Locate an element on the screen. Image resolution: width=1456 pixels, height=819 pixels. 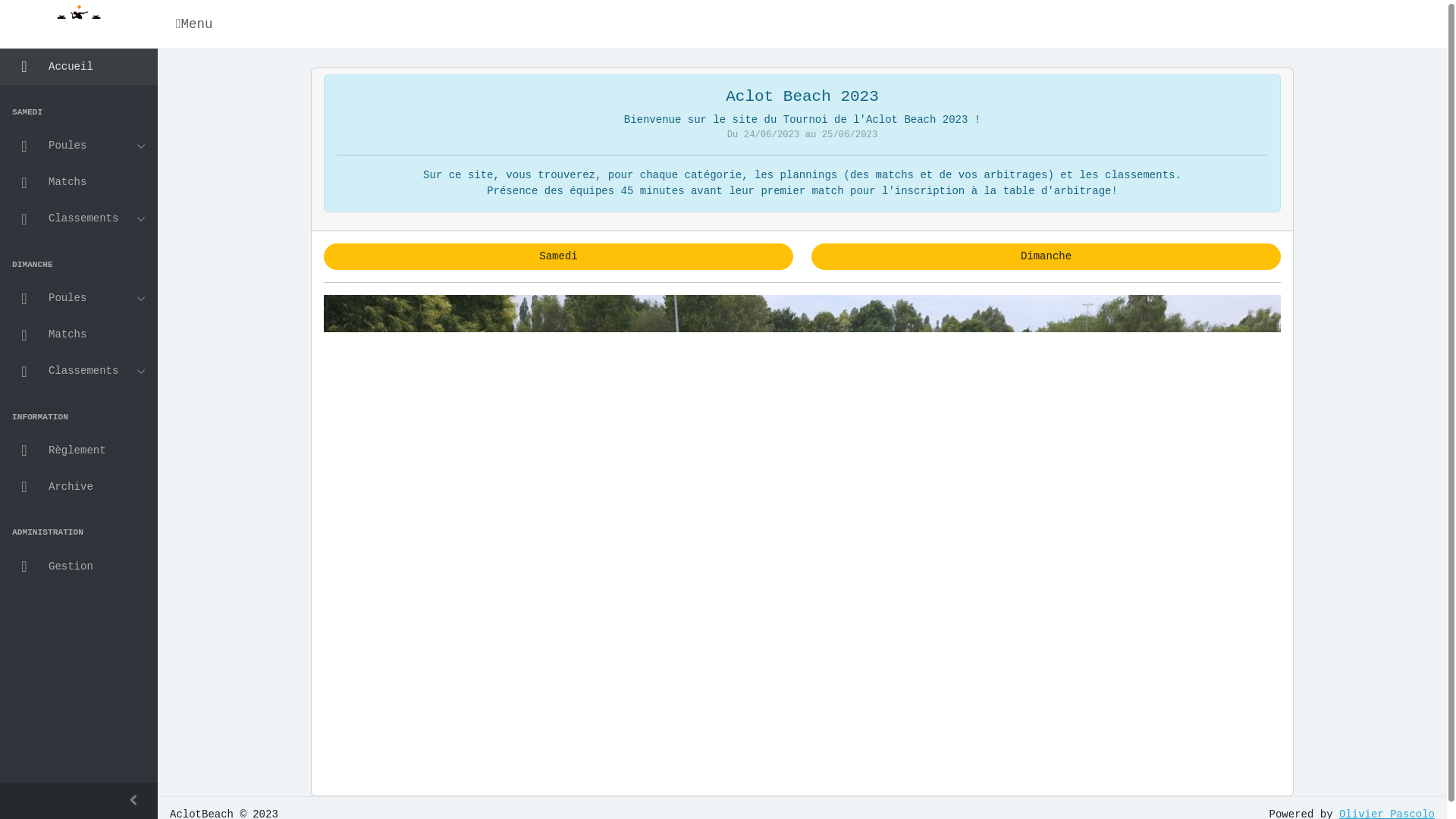
'Classements' is located at coordinates (78, 219).